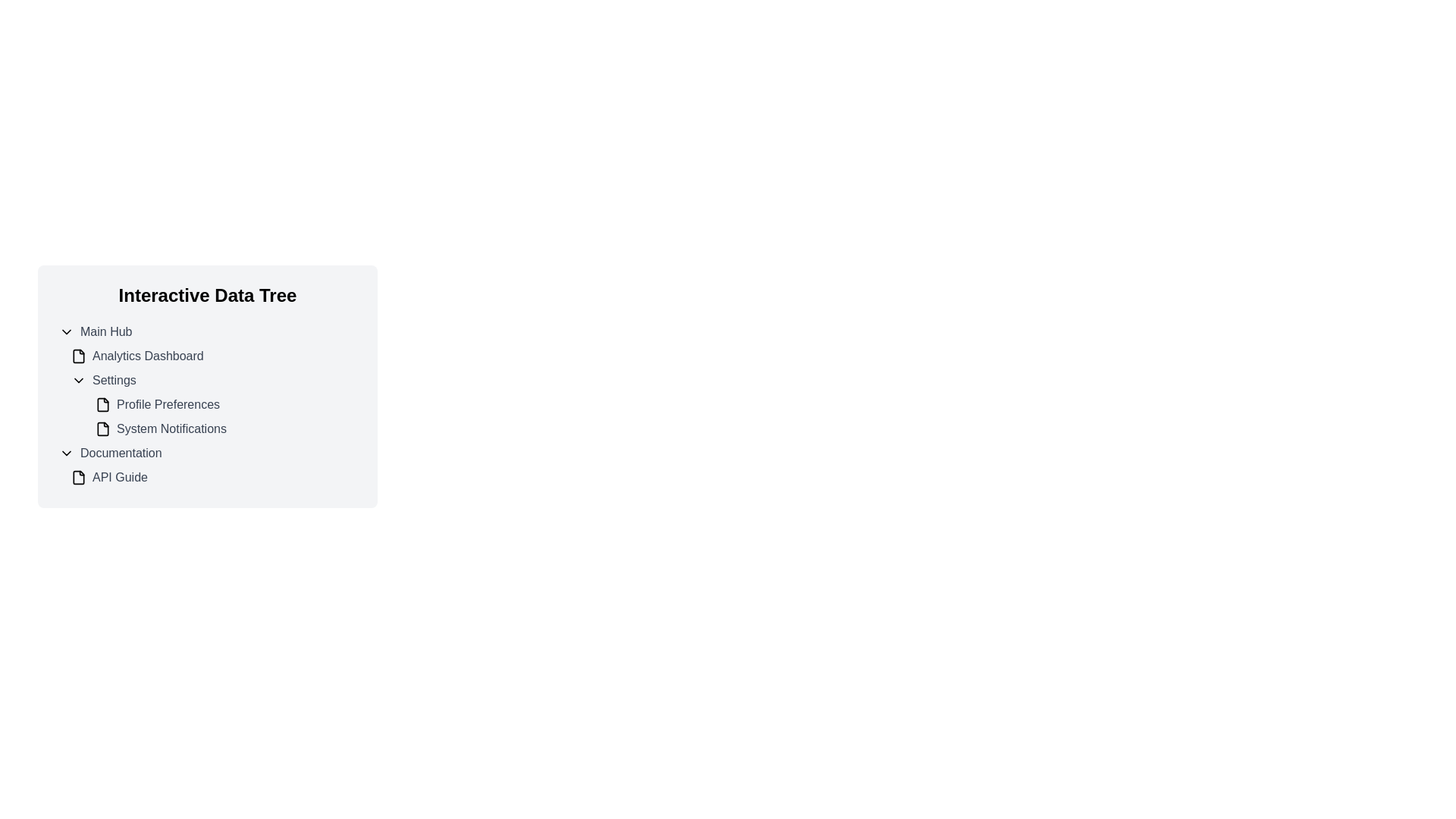  What do you see at coordinates (148, 356) in the screenshot?
I see `the 'Analytics Dashboard' navigational label located in the 'Interactive Data Tree' section, which is the second item under 'Main Hub'` at bounding box center [148, 356].